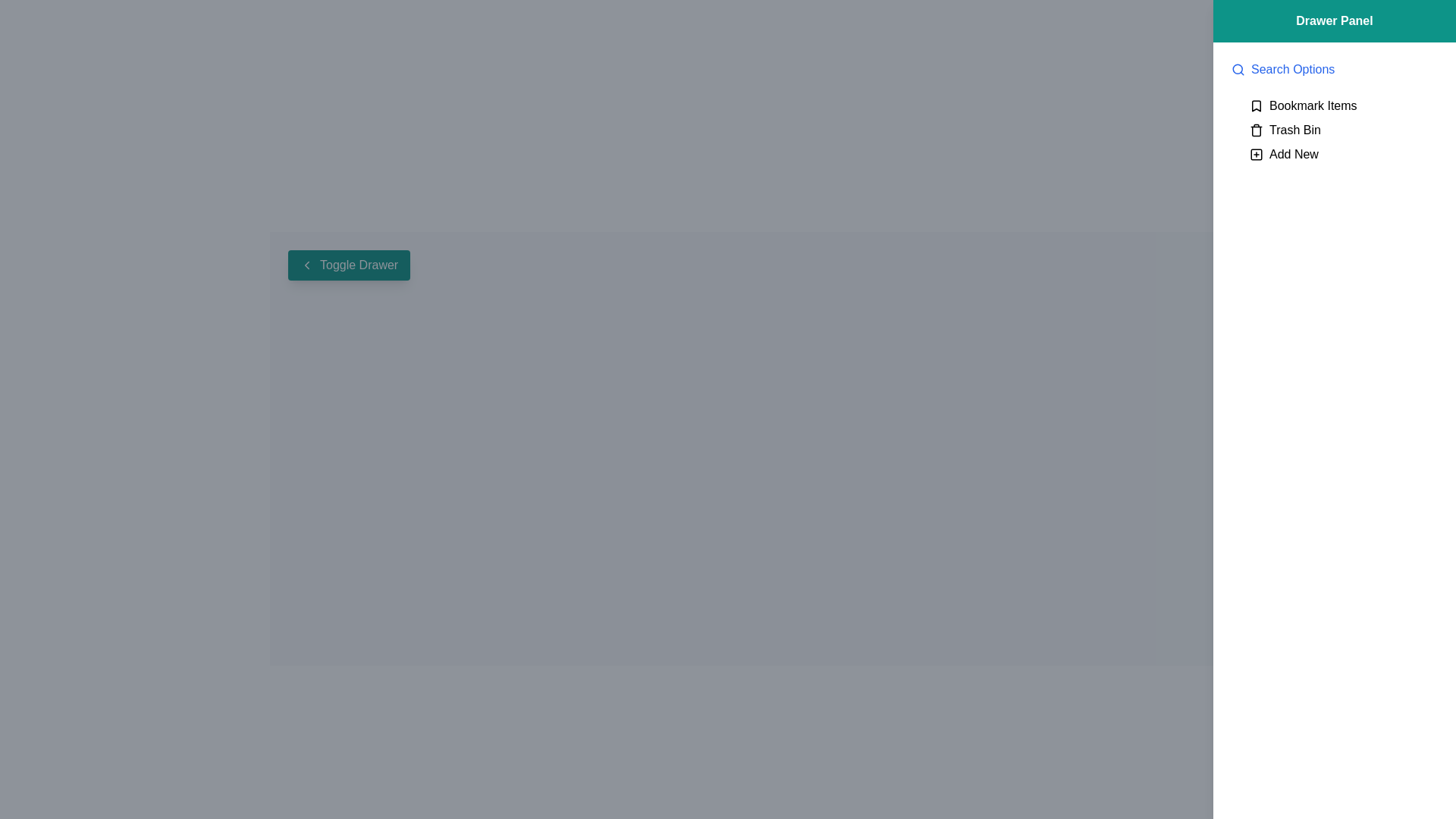 The height and width of the screenshot is (819, 1456). I want to click on the plus icon button located to the left of the 'Add New' text in the Drawer Panel, so click(1256, 155).